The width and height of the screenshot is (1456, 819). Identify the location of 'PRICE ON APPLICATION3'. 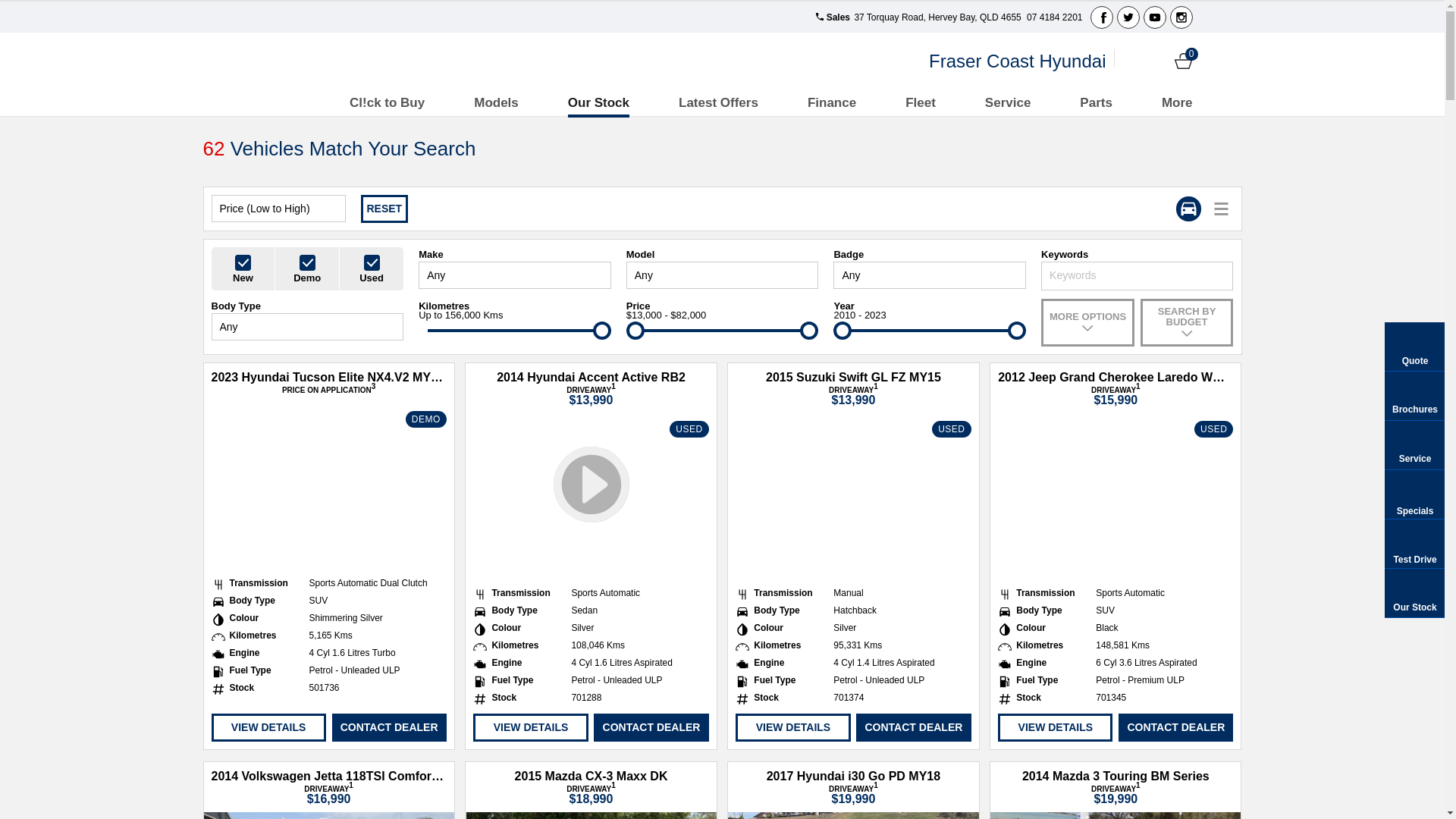
(328, 389).